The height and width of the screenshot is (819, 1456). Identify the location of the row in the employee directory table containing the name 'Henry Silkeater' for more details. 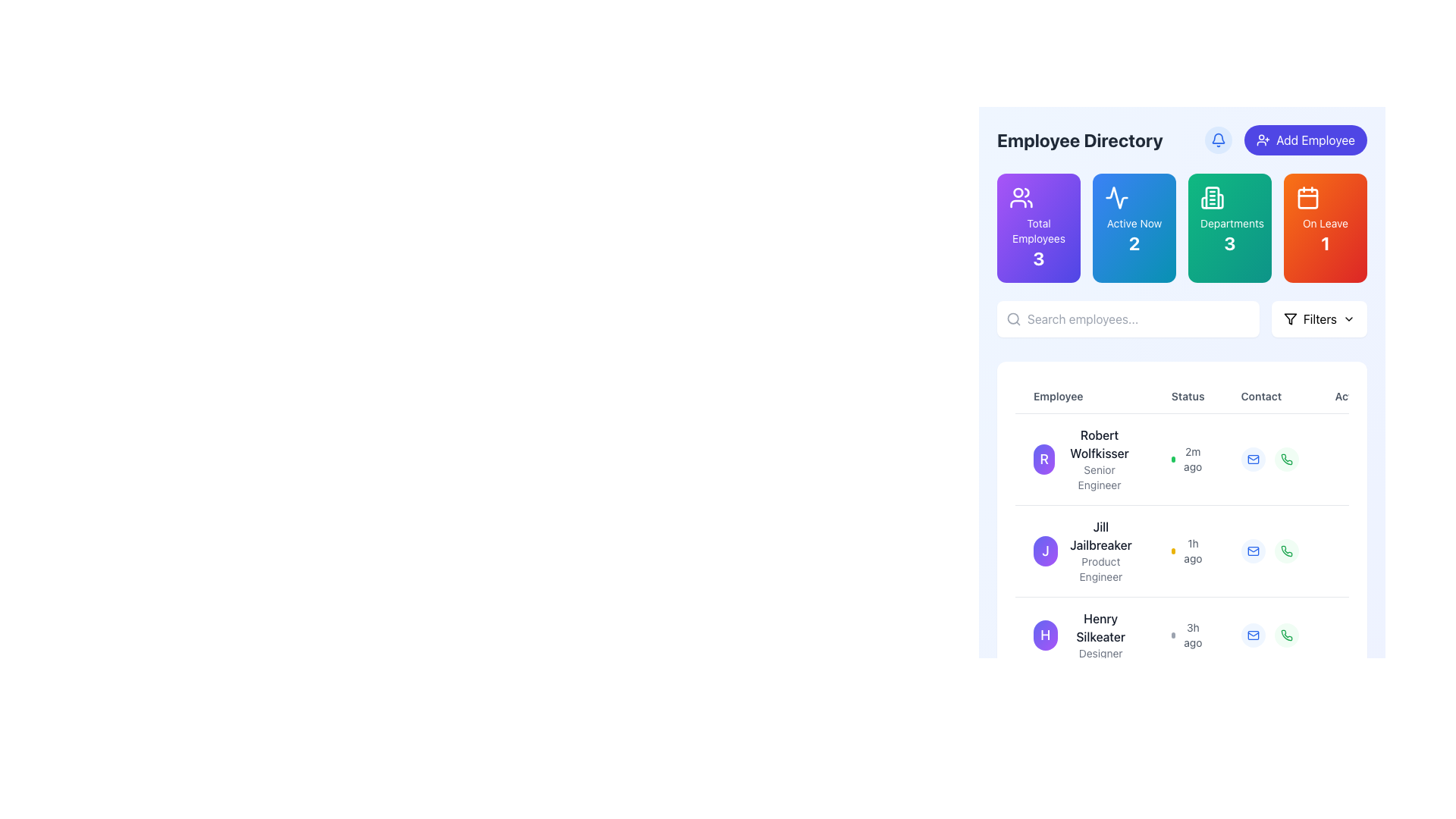
(1203, 635).